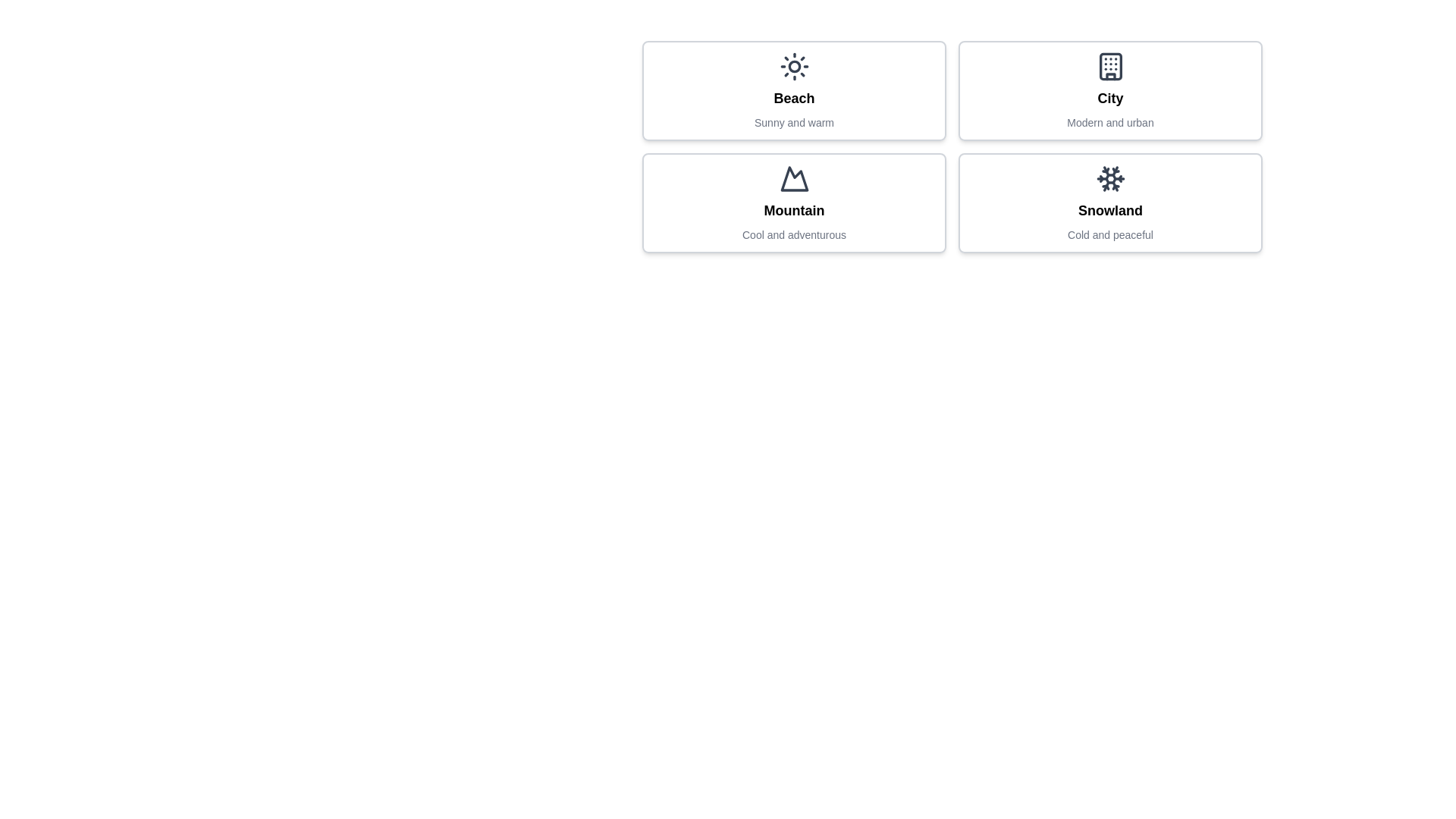 This screenshot has height=819, width=1456. I want to click on text label that says 'Cold and peaceful,' located beneath the 'Snowland' title within a bordered card, so click(1110, 234).